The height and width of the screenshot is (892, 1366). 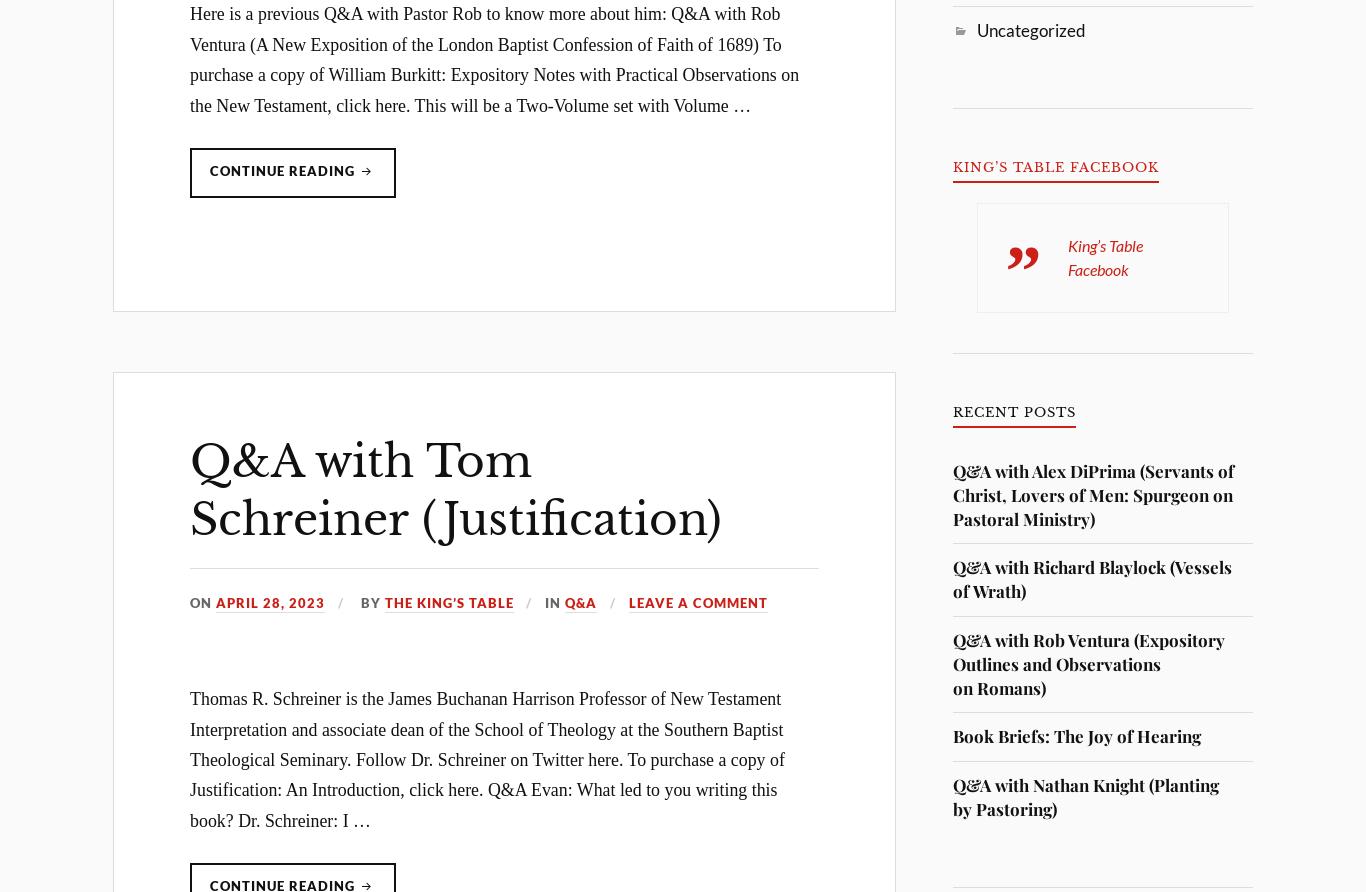 What do you see at coordinates (1014, 411) in the screenshot?
I see `'Recent Posts'` at bounding box center [1014, 411].